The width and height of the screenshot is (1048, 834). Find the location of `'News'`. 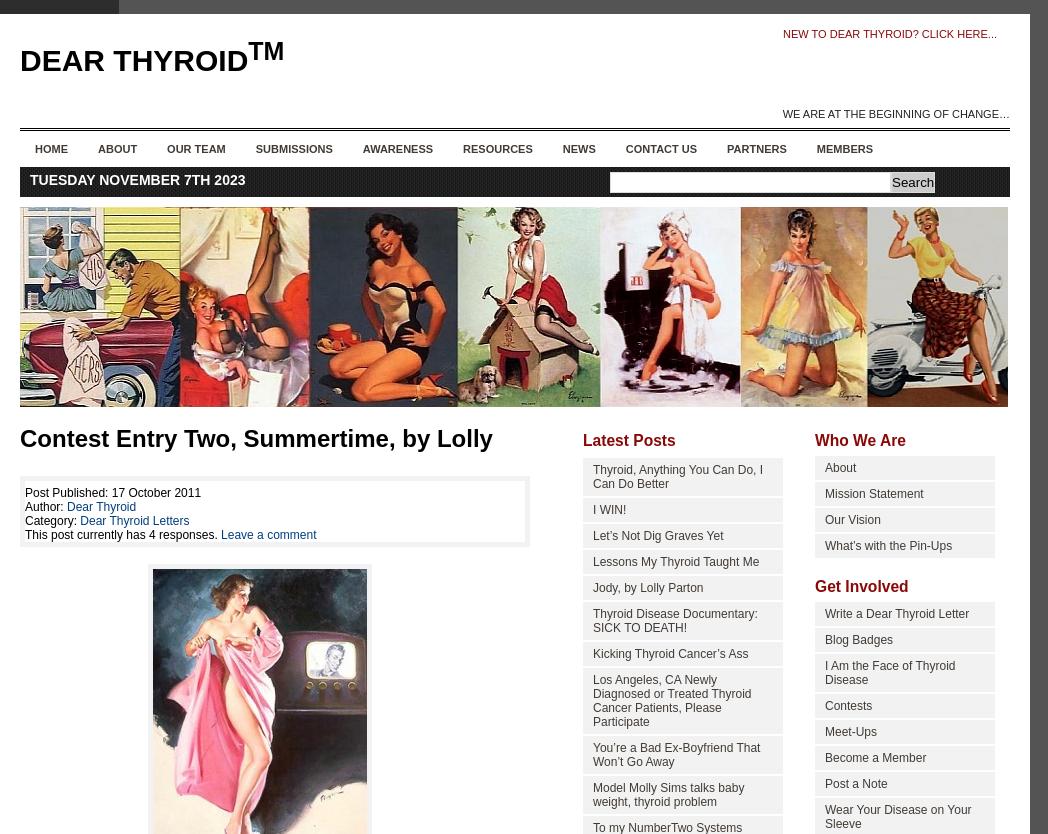

'News' is located at coordinates (578, 149).